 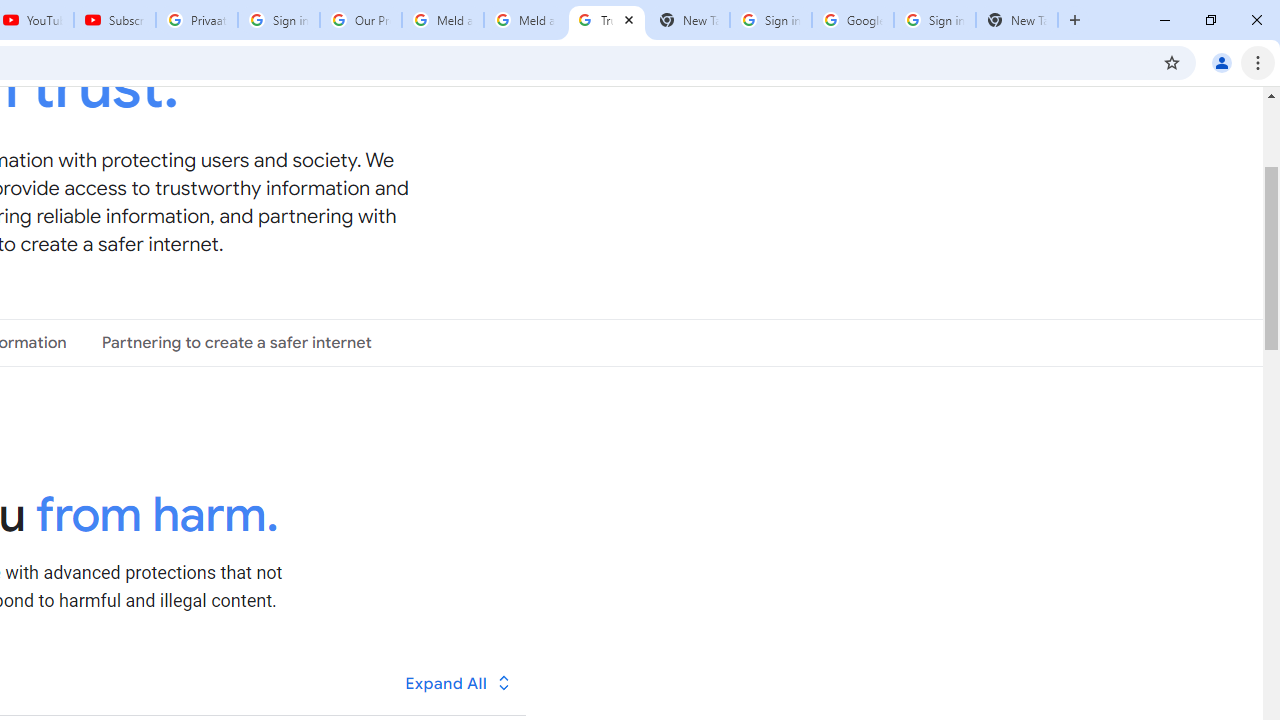 I want to click on 'New Tab', so click(x=1016, y=20).